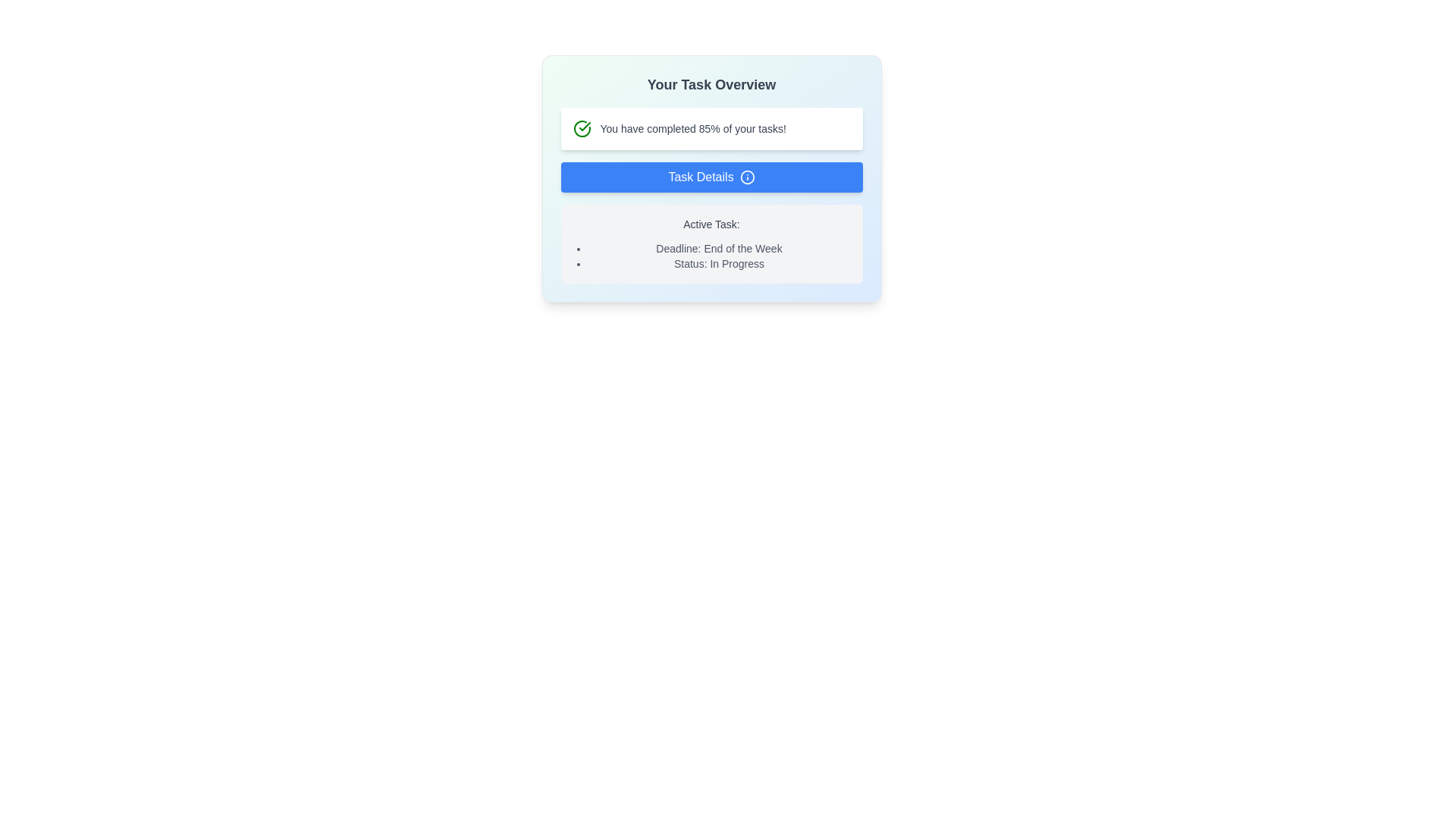 The width and height of the screenshot is (1456, 819). I want to click on the information indicated by the circular icon featuring an 'i' symbol, which is positioned to the right of the 'Task Details' button, so click(747, 177).